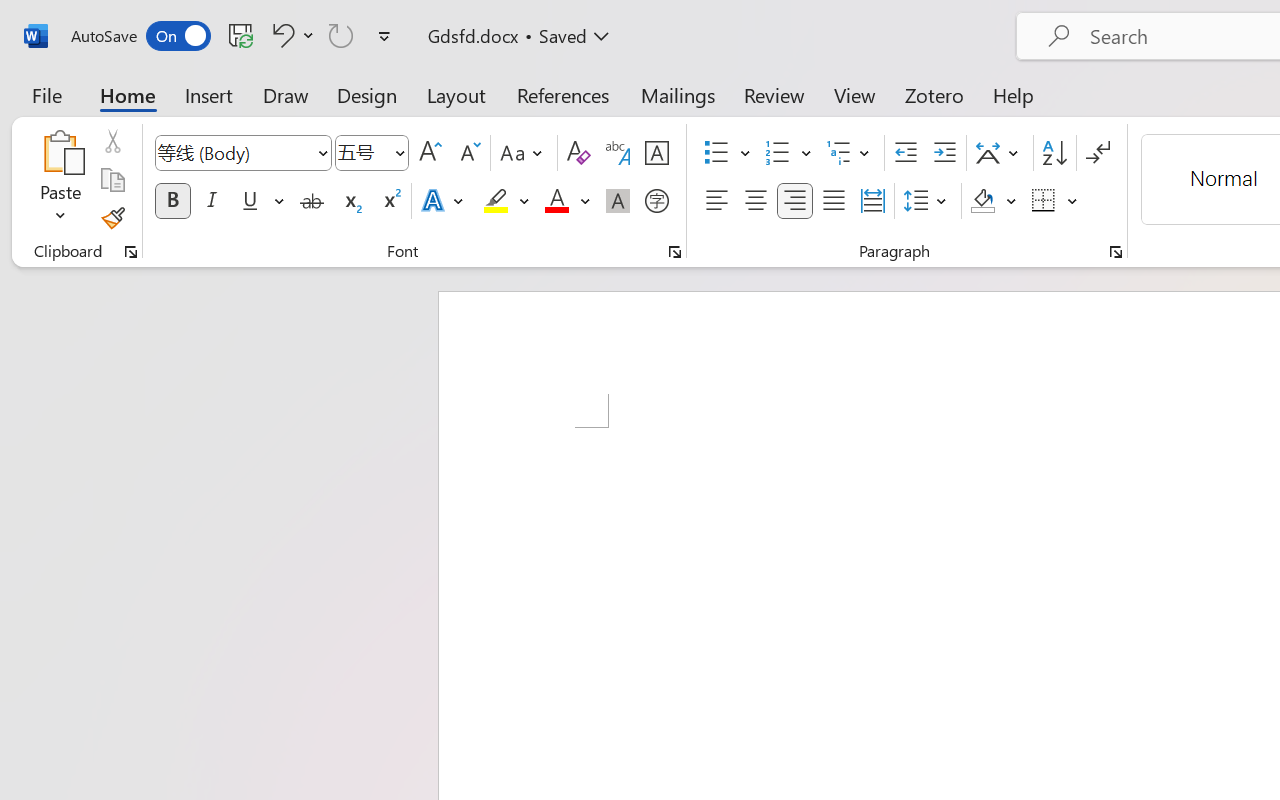 The image size is (1280, 800). What do you see at coordinates (341, 34) in the screenshot?
I see `'Can'` at bounding box center [341, 34].